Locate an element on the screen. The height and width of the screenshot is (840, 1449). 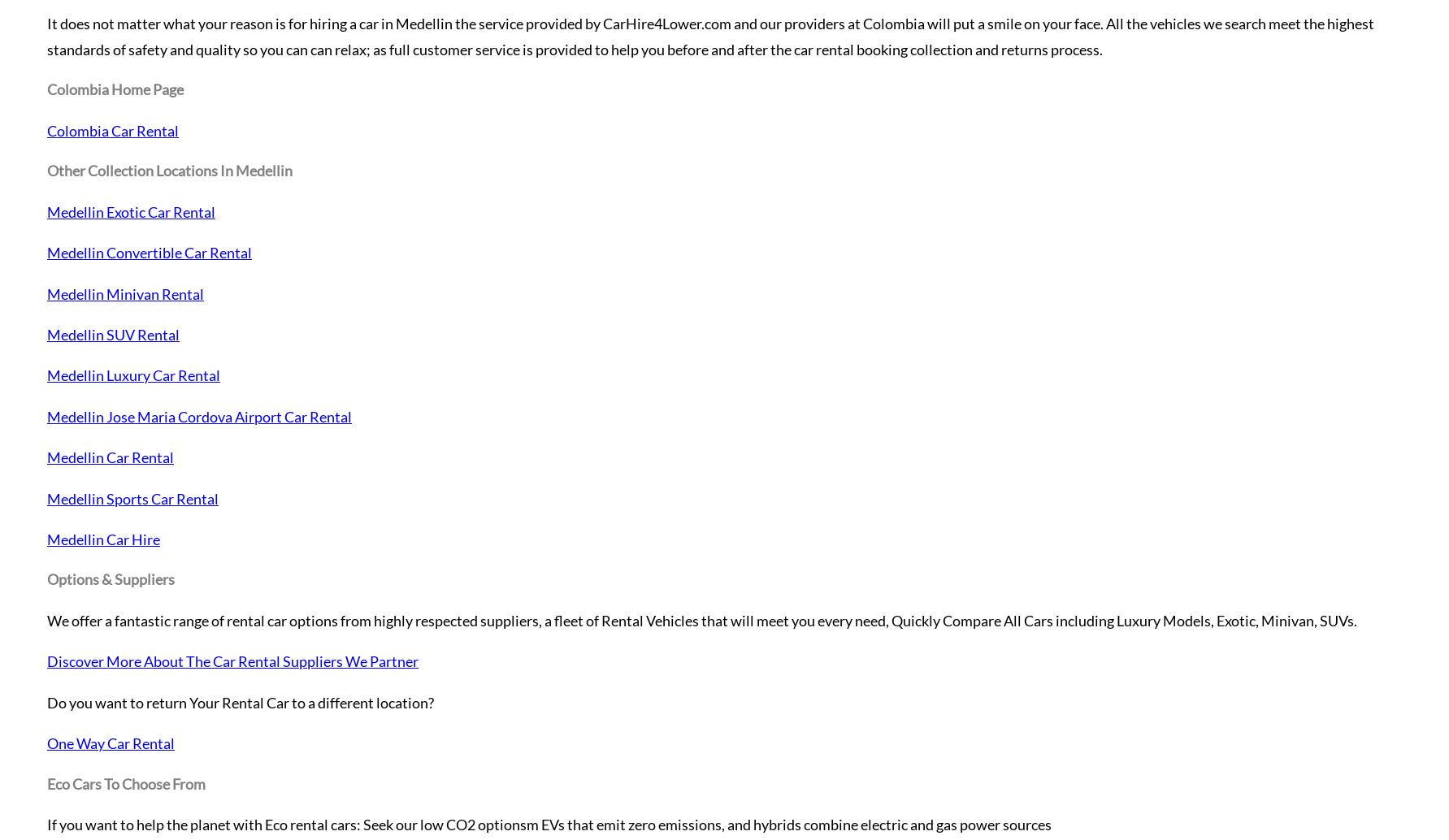
'Medellin SUV Rental' is located at coordinates (112, 334).